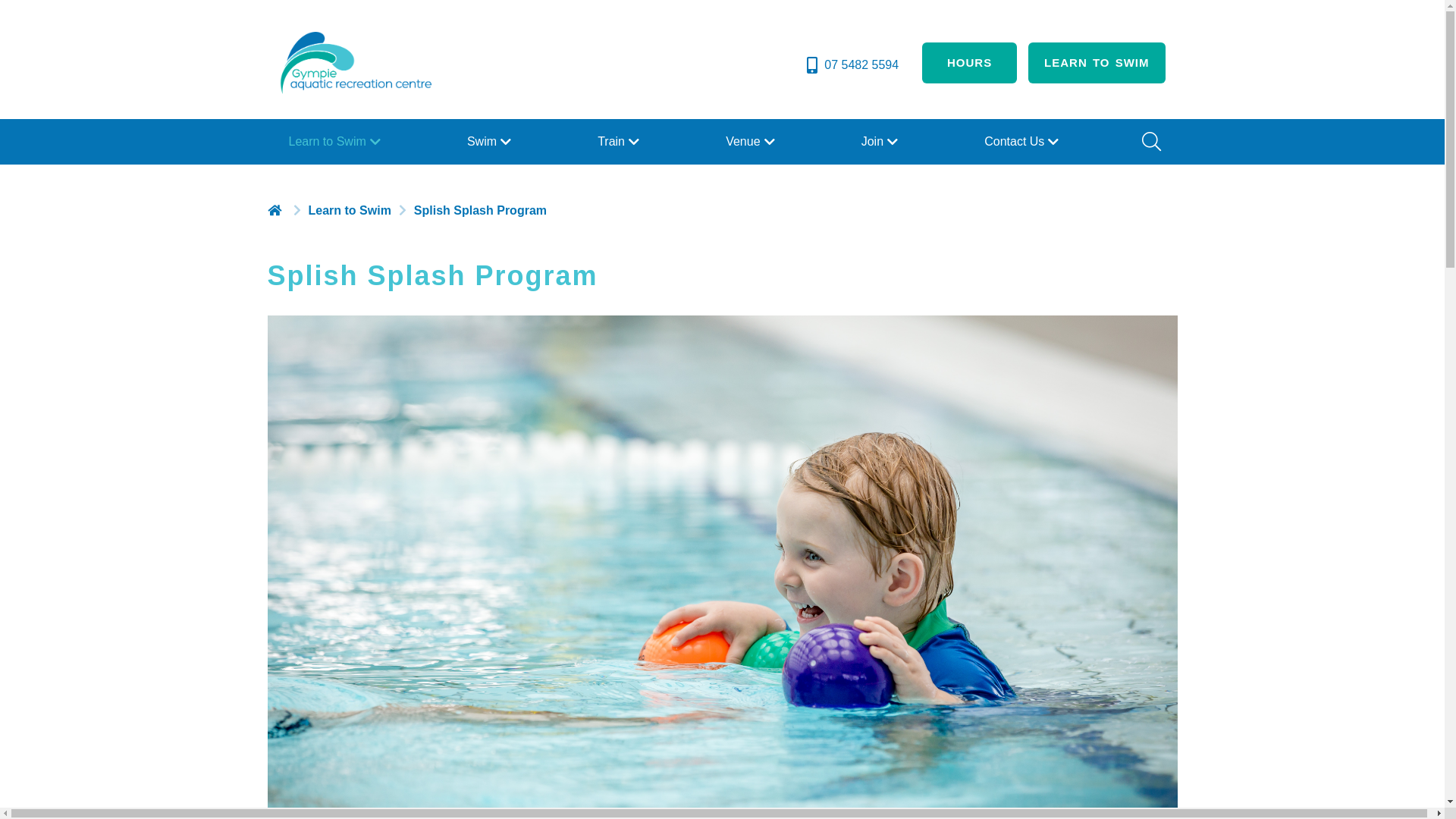 The height and width of the screenshot is (819, 1456). Describe the element at coordinates (334, 141) in the screenshot. I see `'Learn to Swim'` at that location.